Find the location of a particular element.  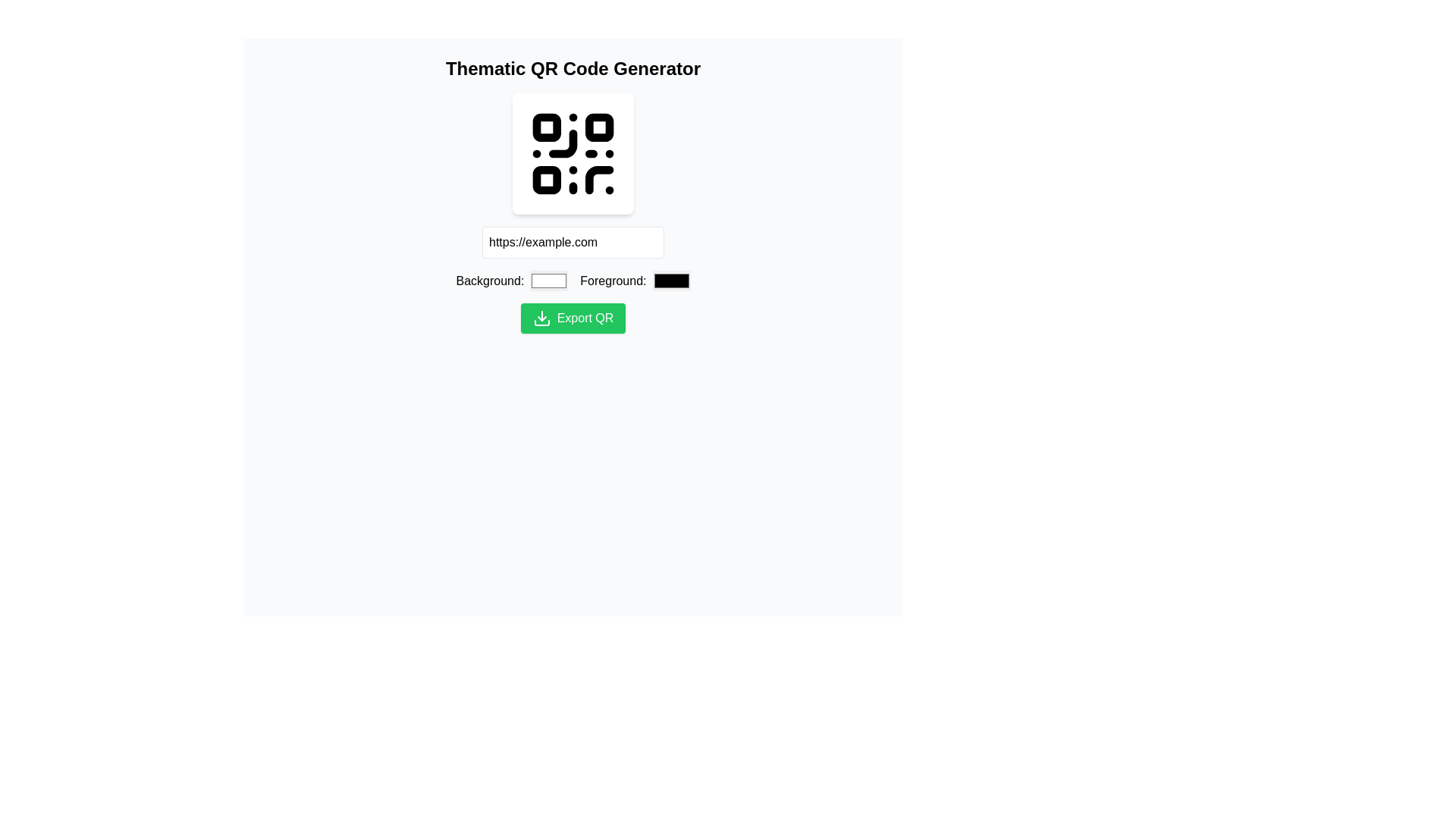

the download icon that is part of the 'Export QR' button, which is a minimalistic white icon on a green background is located at coordinates (541, 318).